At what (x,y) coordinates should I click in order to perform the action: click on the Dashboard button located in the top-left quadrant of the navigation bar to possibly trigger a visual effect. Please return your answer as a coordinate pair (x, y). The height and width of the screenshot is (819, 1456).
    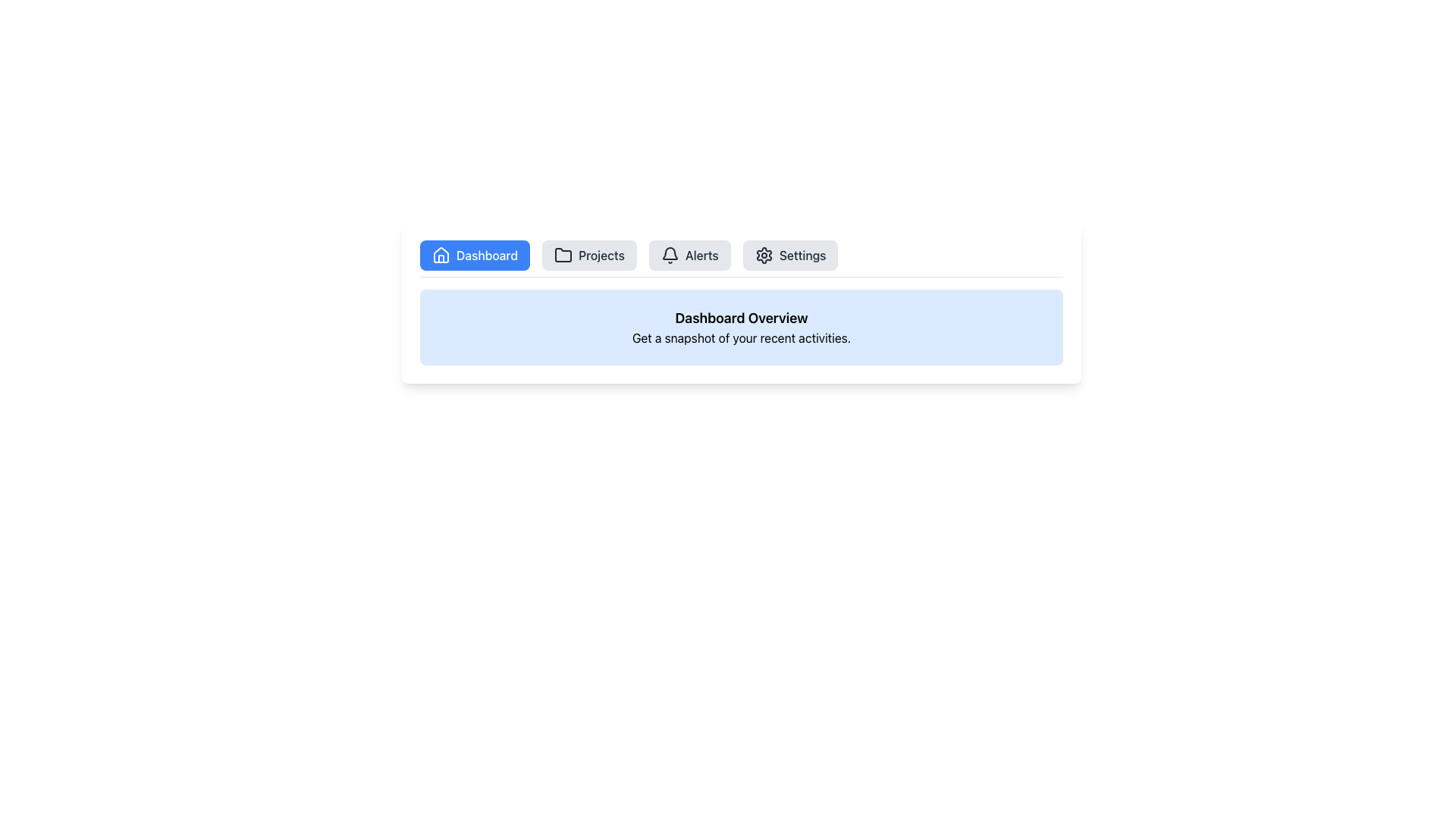
    Looking at the image, I should click on (474, 254).